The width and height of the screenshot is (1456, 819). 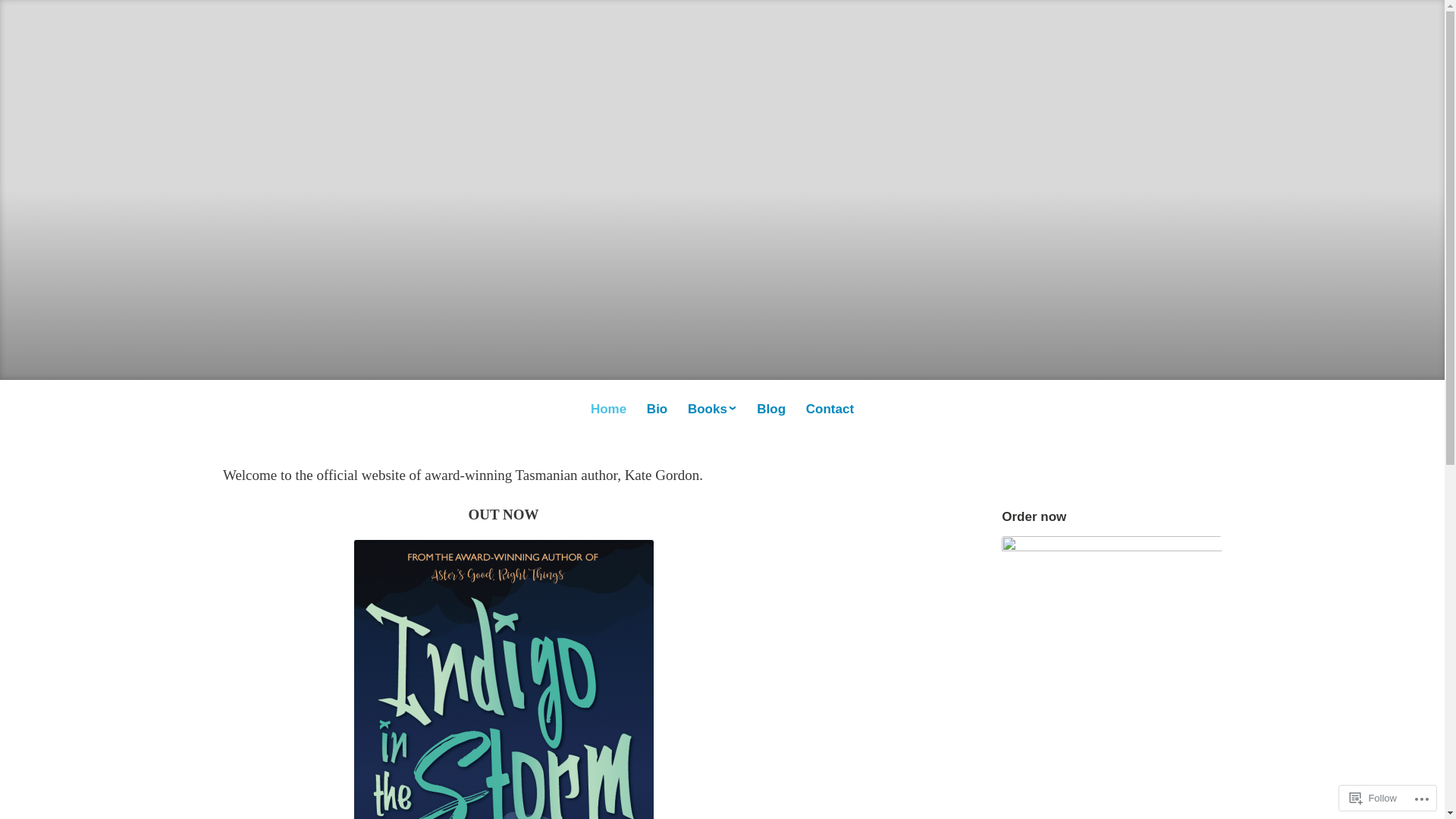 I want to click on 'Home', so click(x=607, y=409).